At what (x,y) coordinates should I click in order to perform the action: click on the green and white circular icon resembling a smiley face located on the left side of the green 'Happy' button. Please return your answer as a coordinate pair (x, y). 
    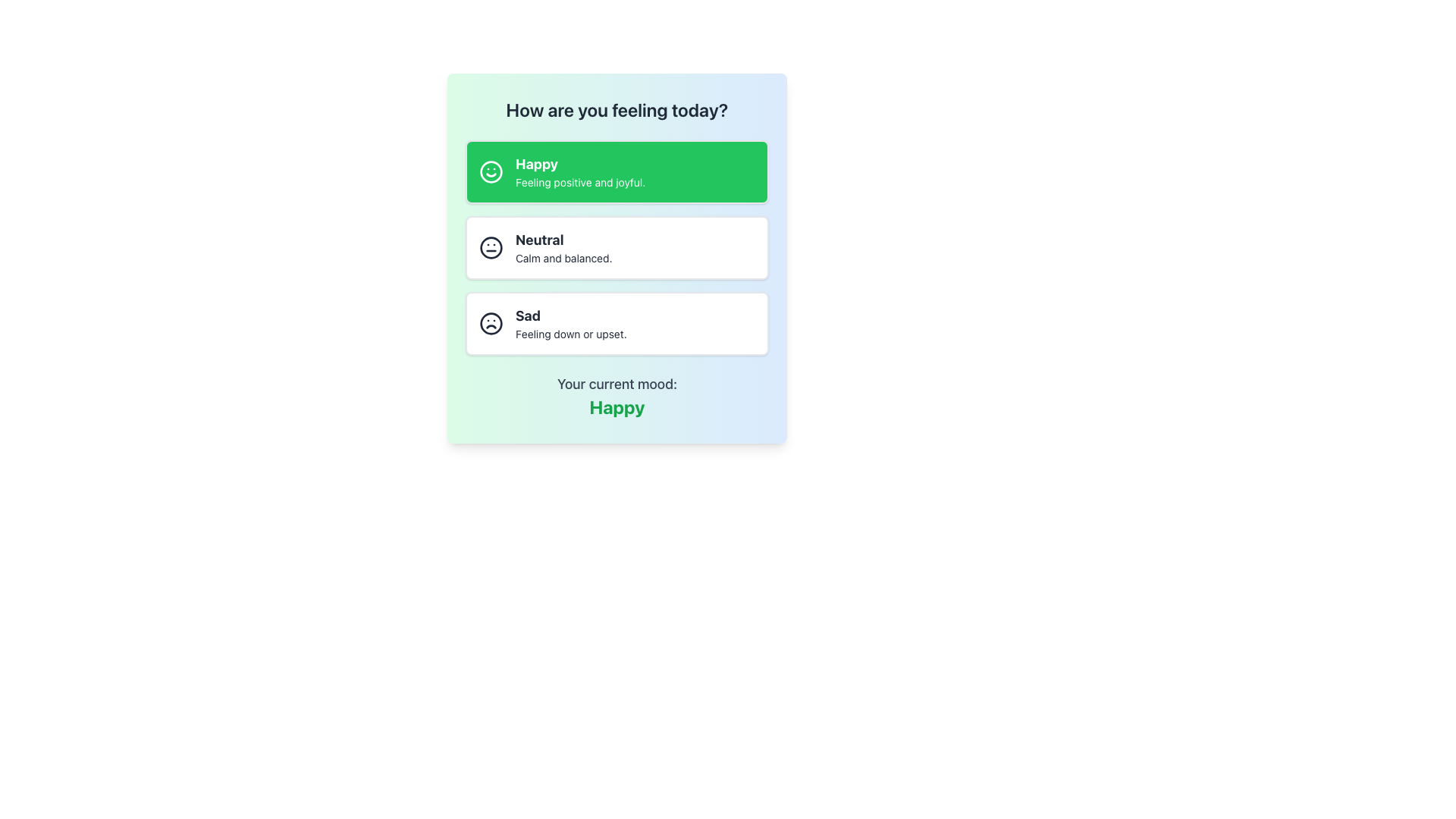
    Looking at the image, I should click on (491, 171).